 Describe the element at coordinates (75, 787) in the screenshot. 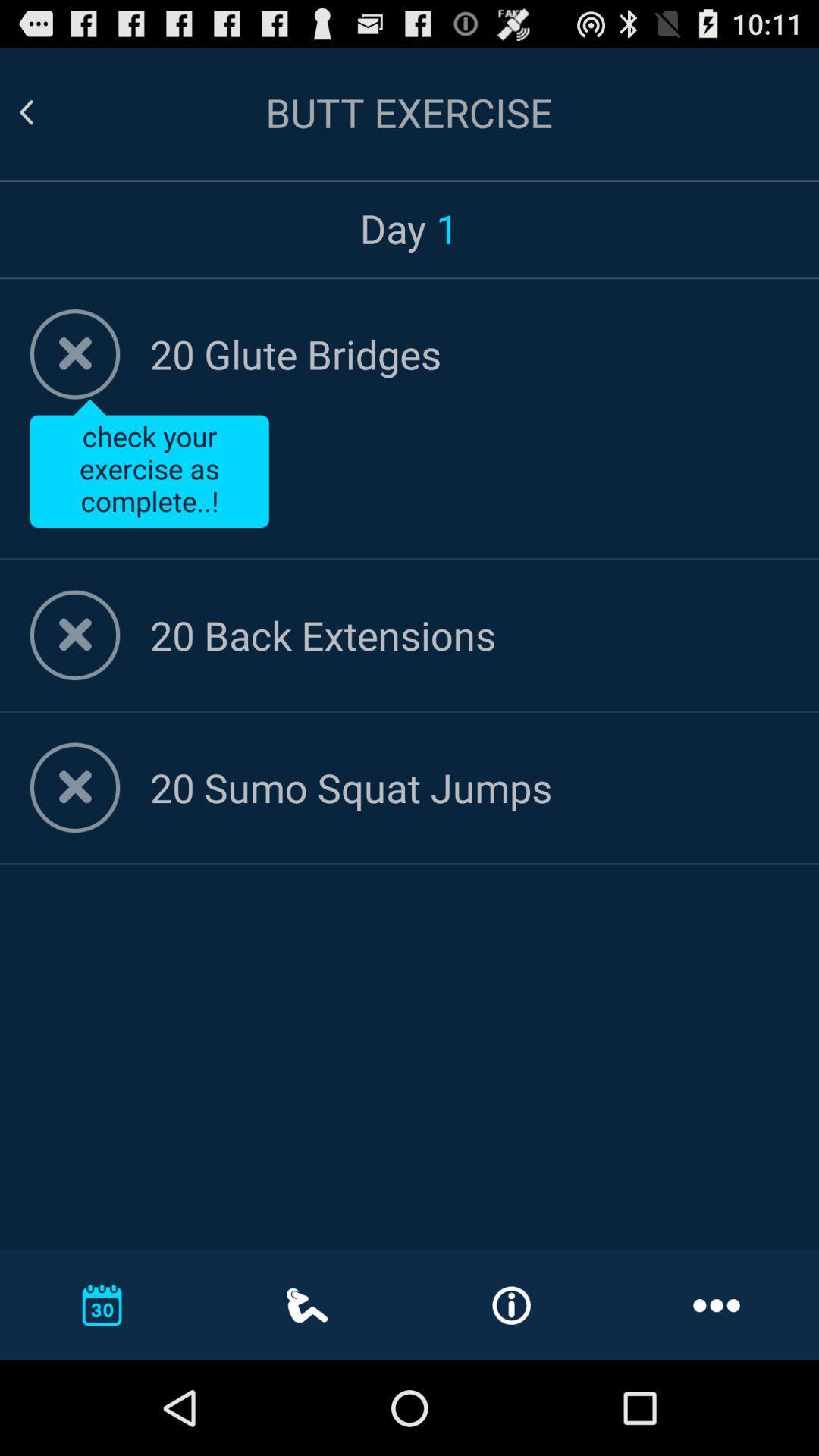

I see `remove from the list` at that location.